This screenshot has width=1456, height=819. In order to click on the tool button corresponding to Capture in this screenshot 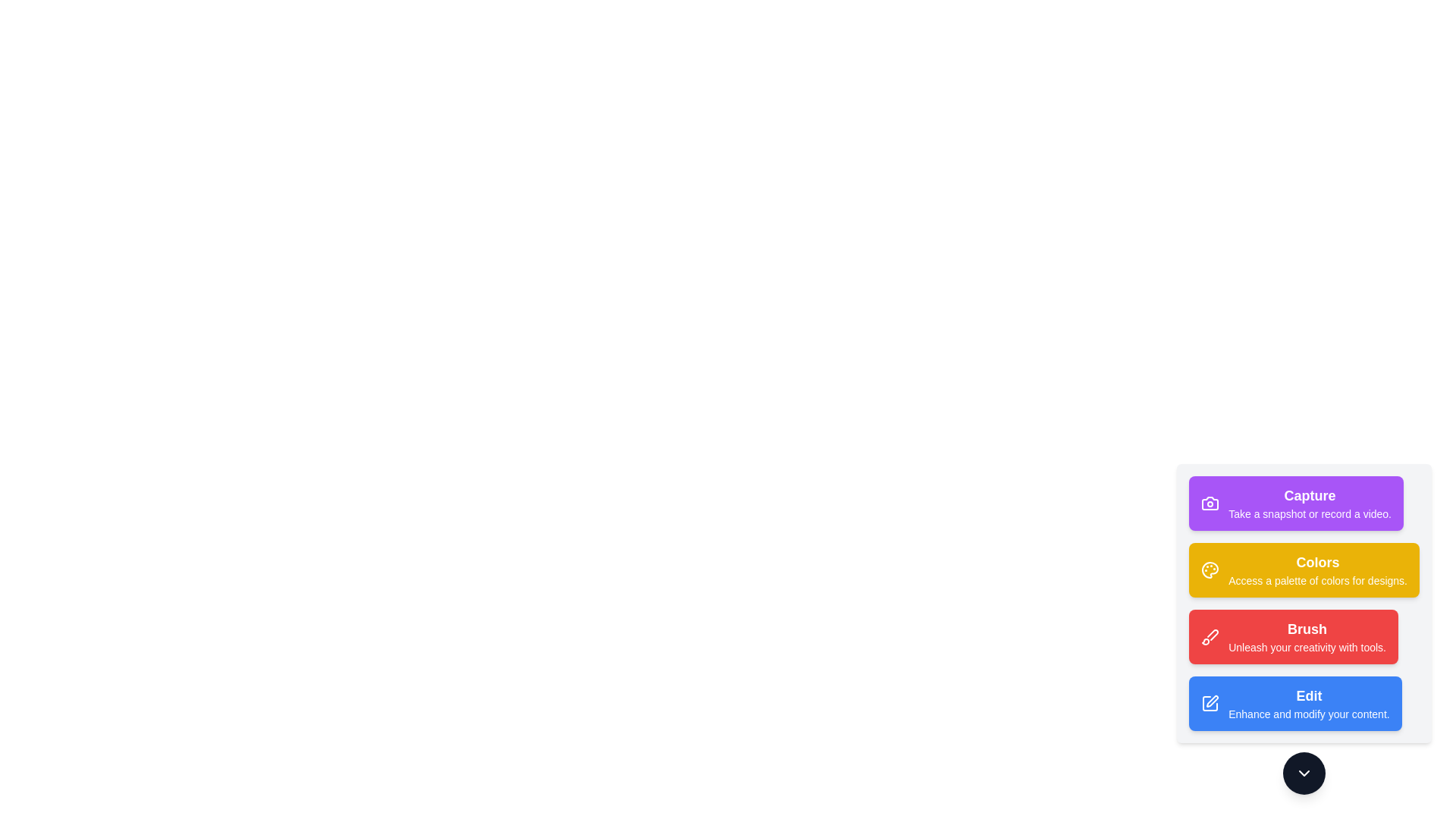, I will do `click(1295, 503)`.